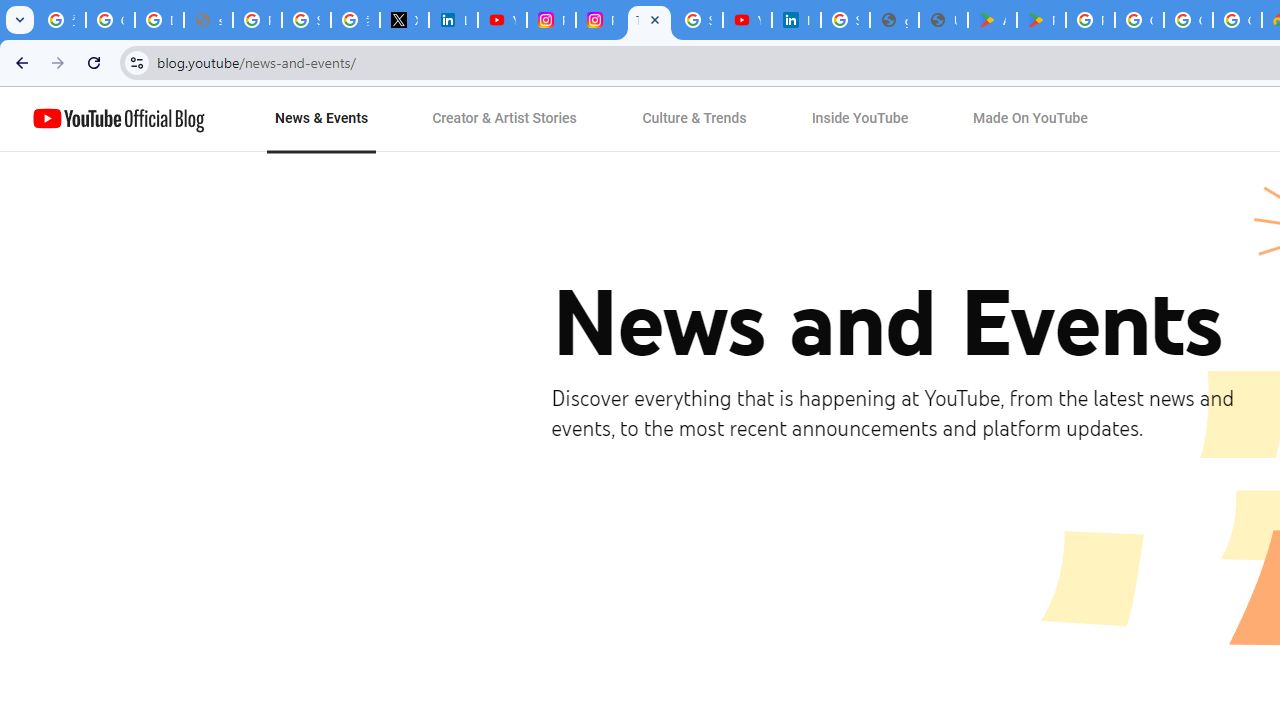 The width and height of the screenshot is (1280, 720). What do you see at coordinates (860, 119) in the screenshot?
I see `'Inside YouTube'` at bounding box center [860, 119].